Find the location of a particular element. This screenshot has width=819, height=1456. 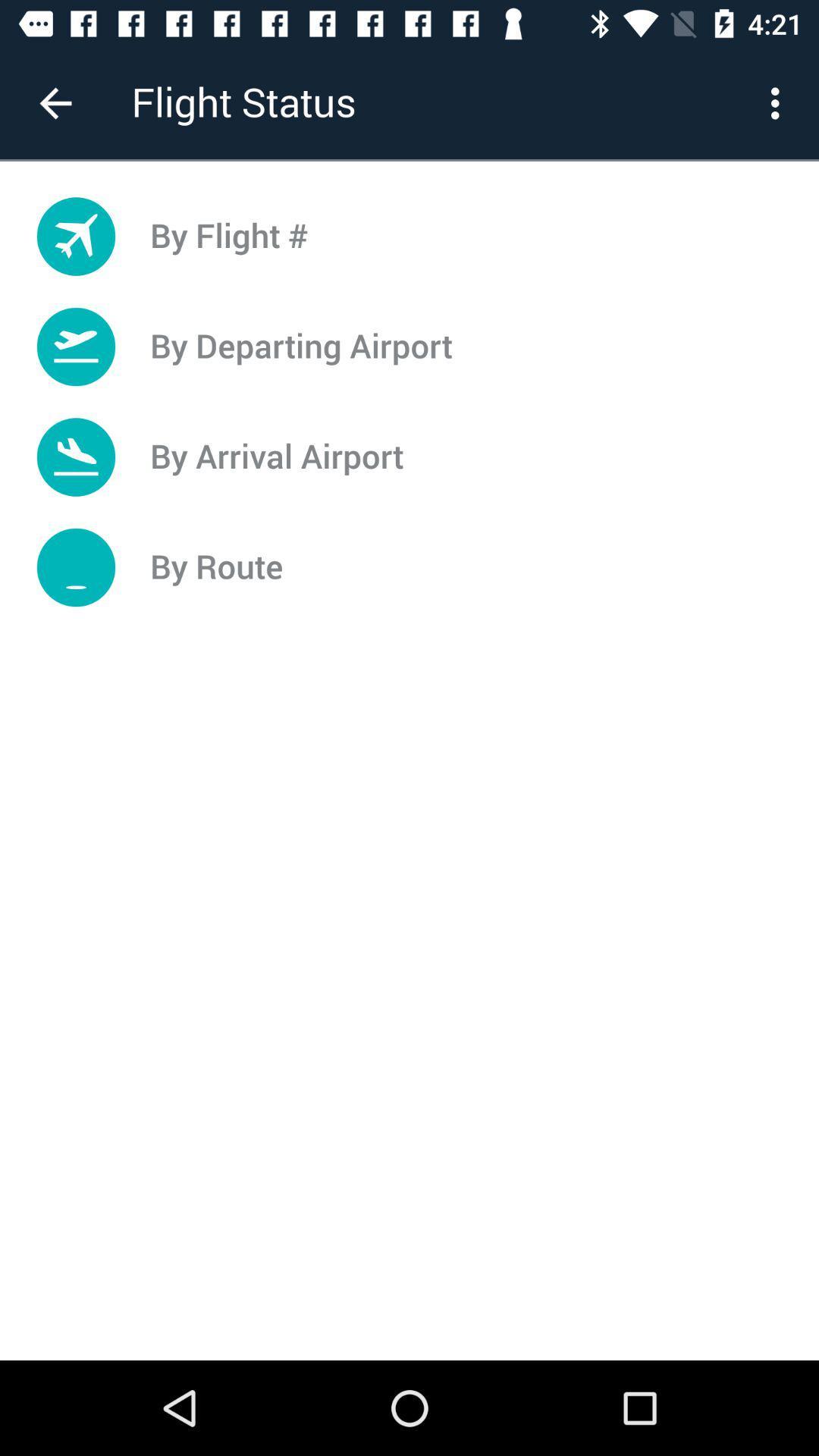

the image left to by flight is located at coordinates (76, 236).